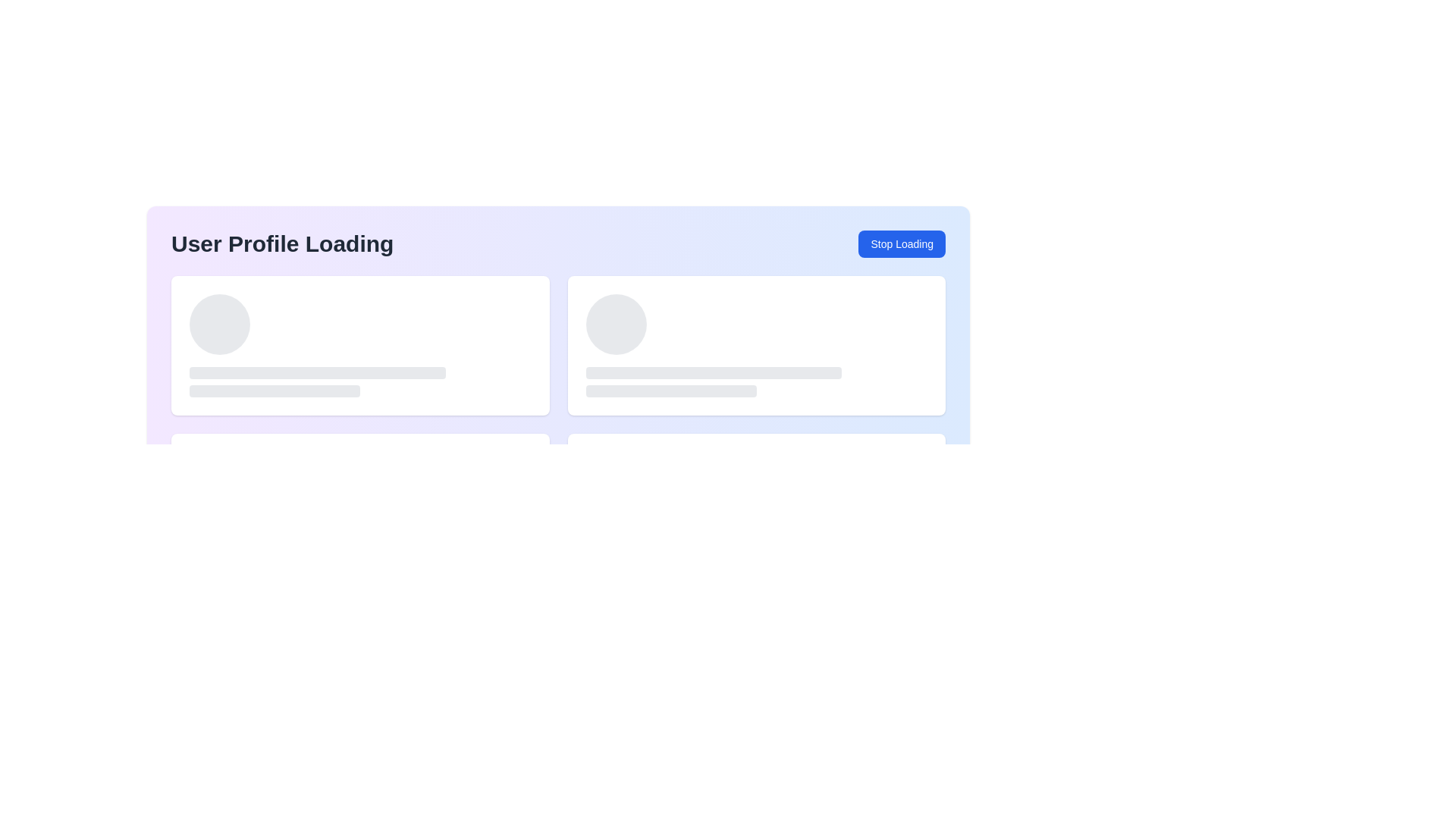 Image resolution: width=1456 pixels, height=819 pixels. I want to click on the loading state of the Skeleton loading card, which is the second card in a 2x2 grid layout, located in the top row on the right side, so click(756, 345).